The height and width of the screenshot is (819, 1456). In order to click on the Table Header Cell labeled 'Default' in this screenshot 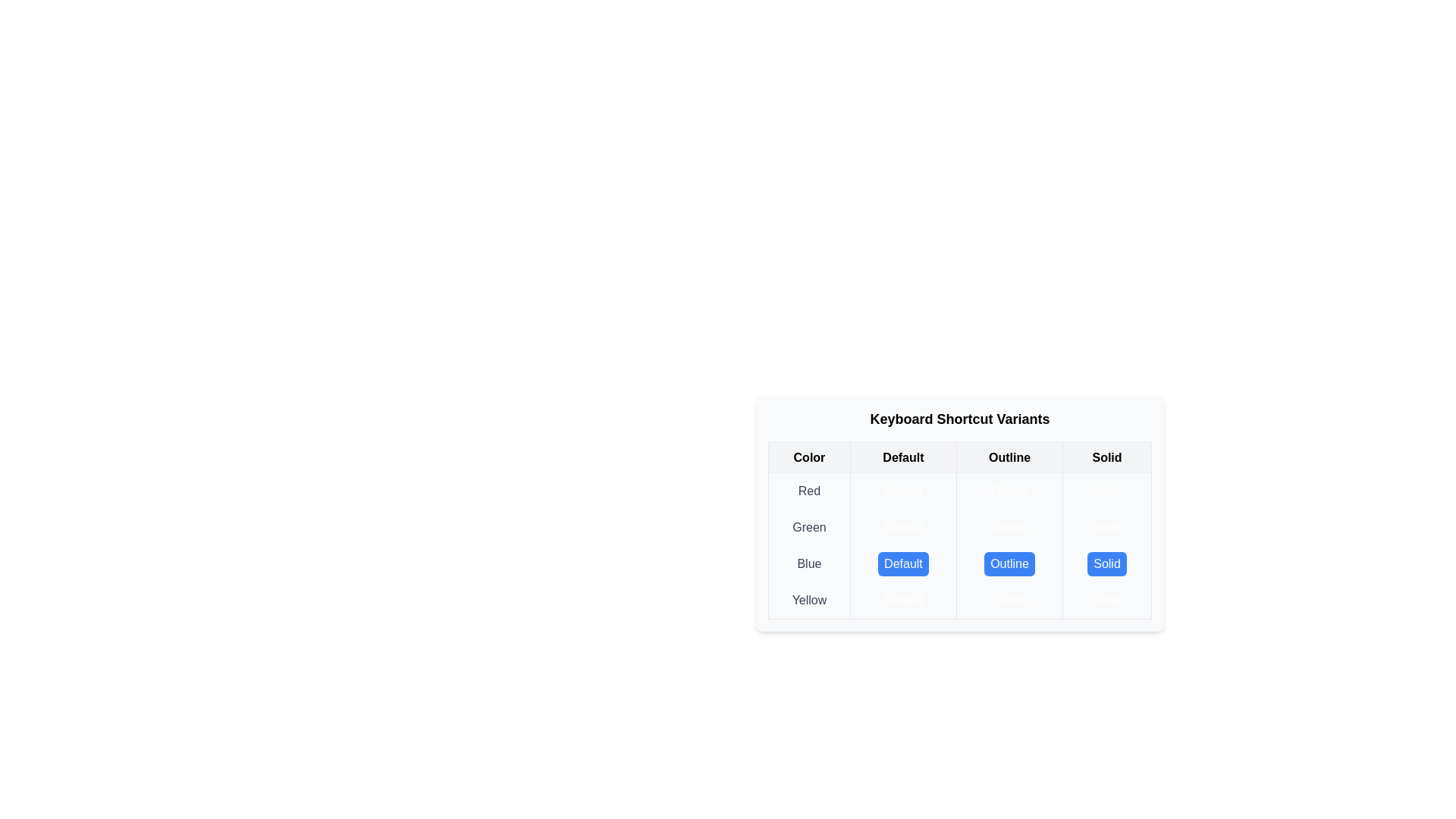, I will do `click(903, 457)`.